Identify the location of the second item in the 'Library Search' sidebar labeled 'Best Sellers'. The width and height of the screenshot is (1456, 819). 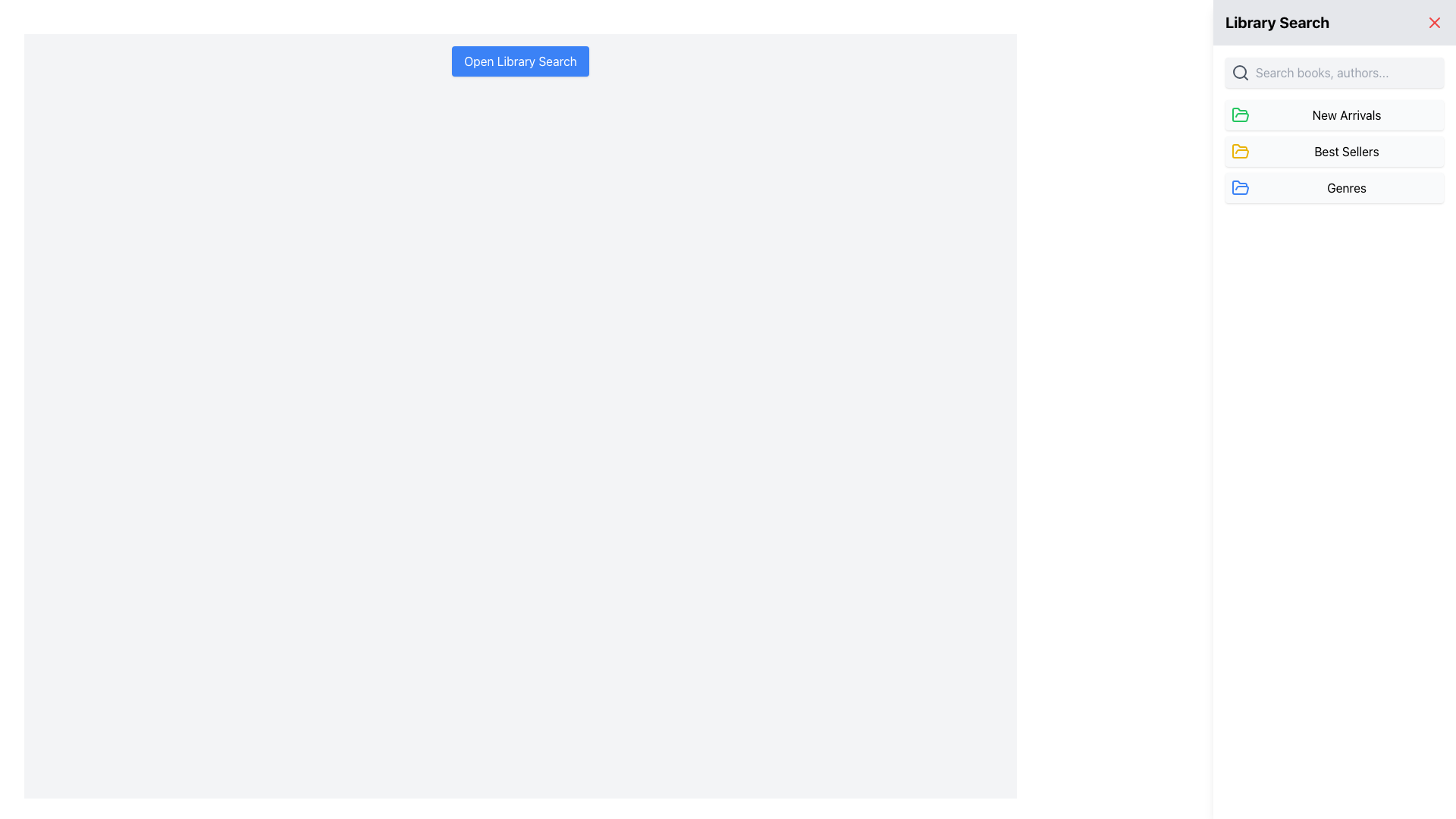
(1335, 152).